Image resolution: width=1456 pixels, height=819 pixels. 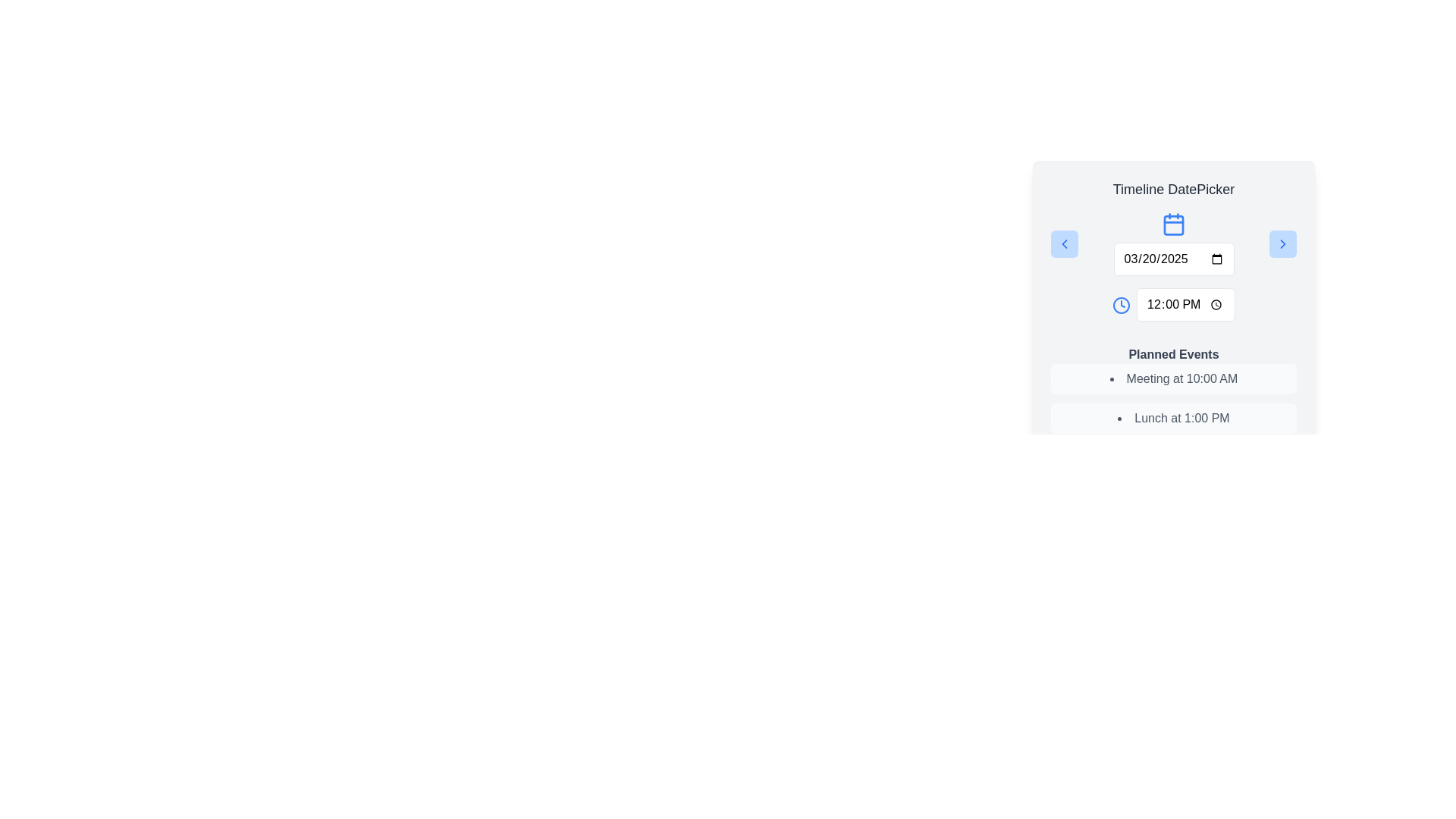 I want to click on the text label or heading that serves as a descriptive title for the timeline and date-picking section, located in the header section above the date and time input fields, so click(x=1173, y=189).